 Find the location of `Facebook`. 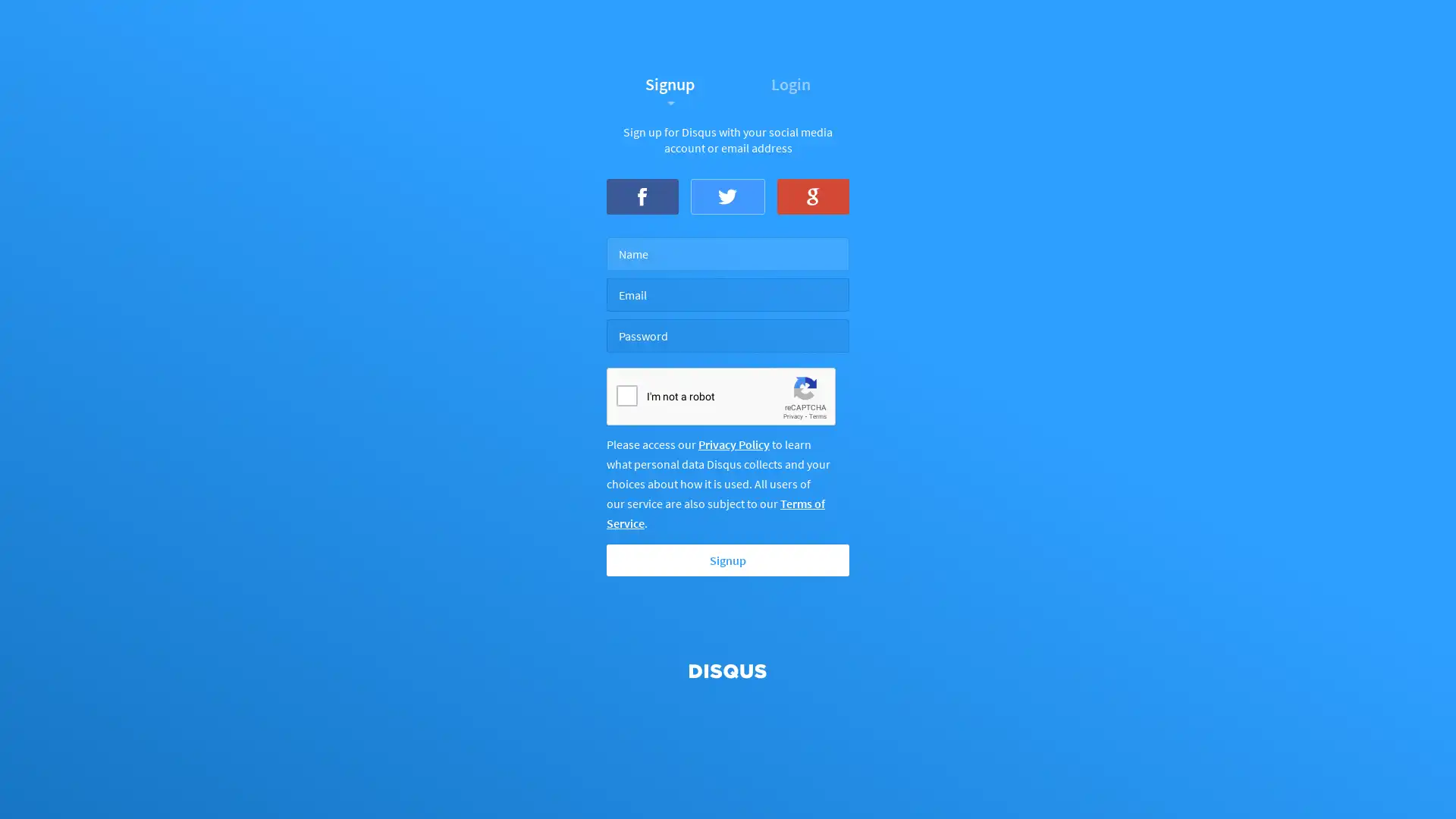

Facebook is located at coordinates (642, 195).